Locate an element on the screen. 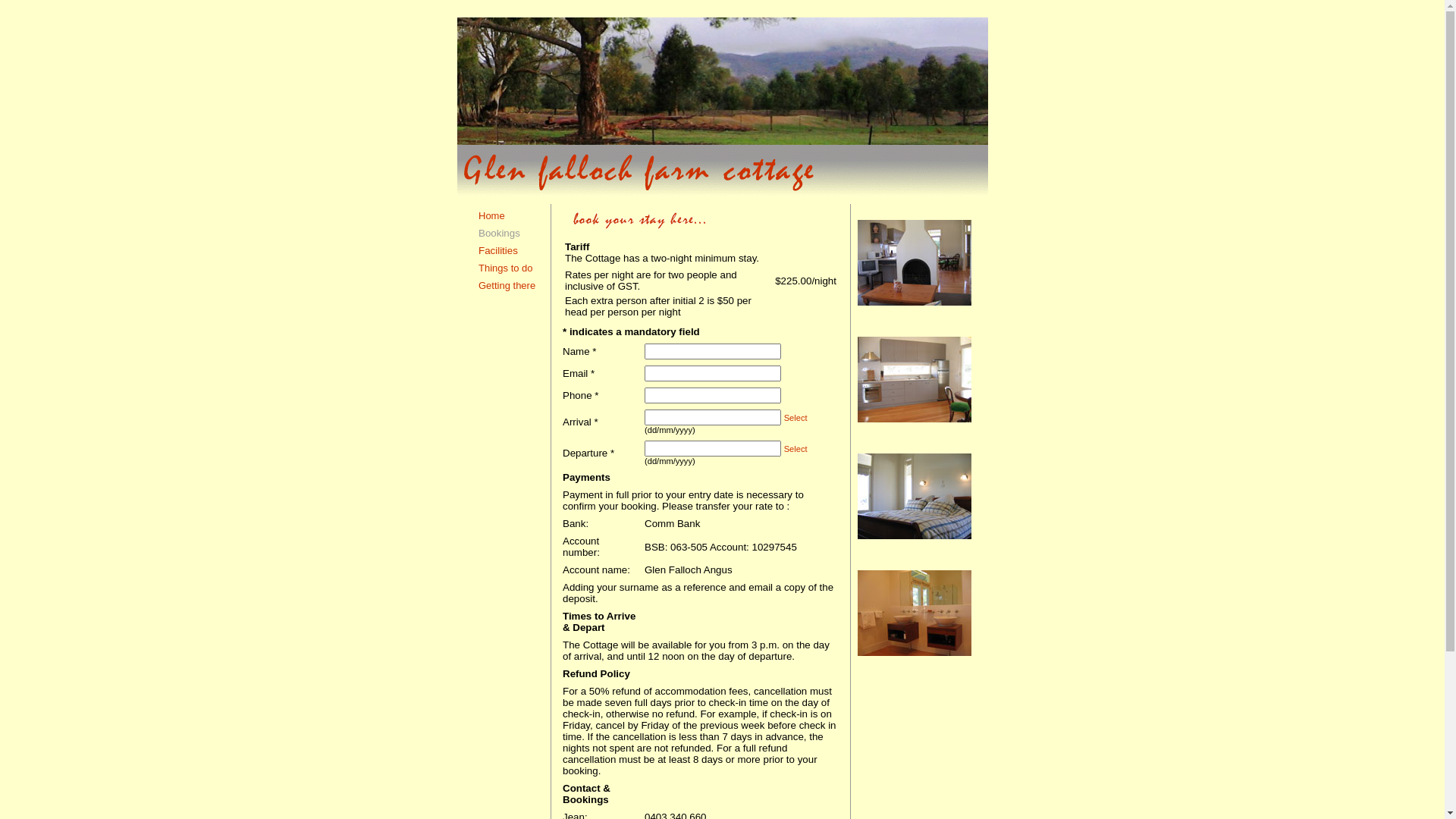  'Getting there' is located at coordinates (507, 285).